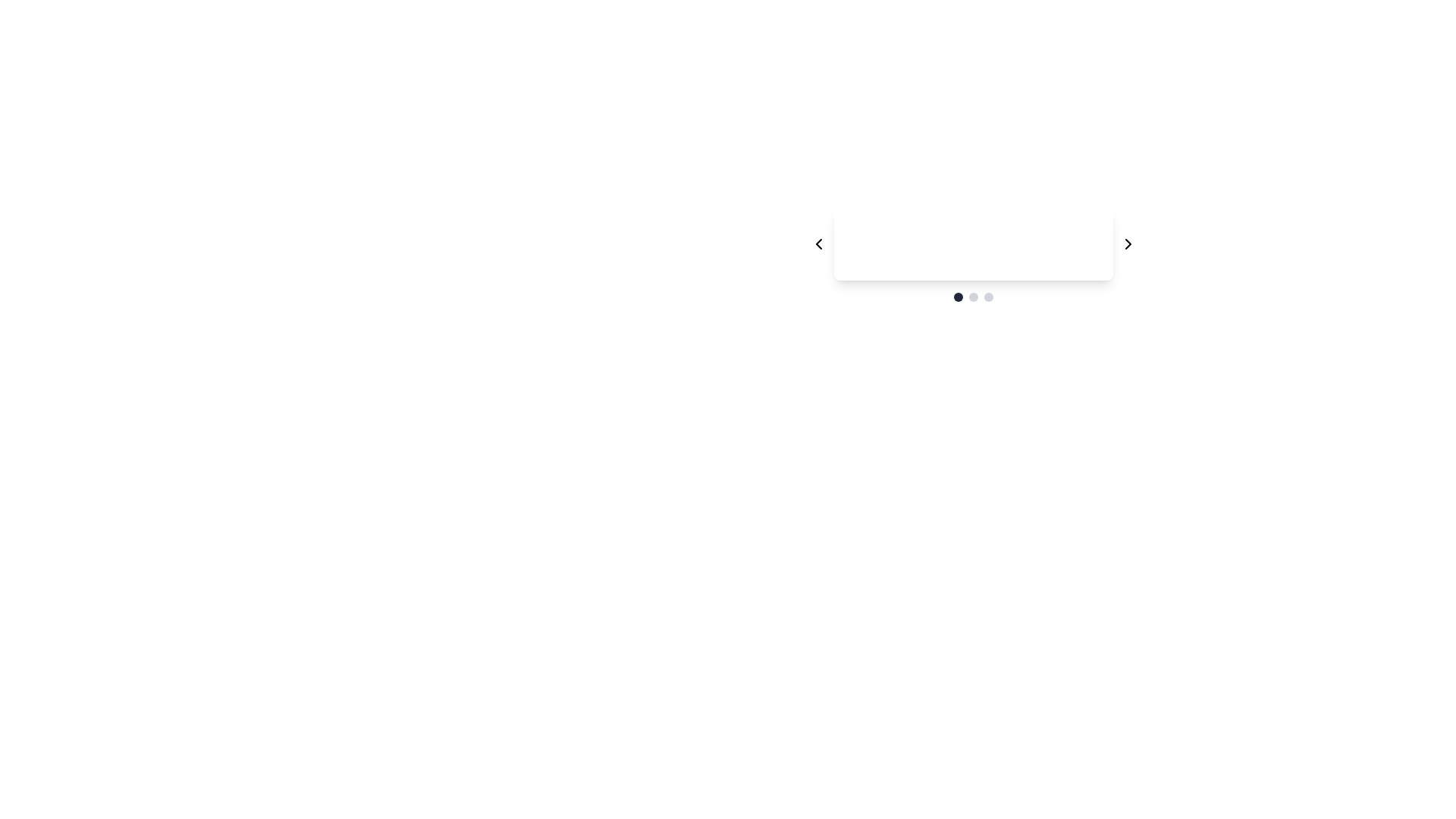  I want to click on the status indication by focusing on the third circular indicator with a light gray color, which is positioned at the rightmost end of a series of three indicators, so click(989, 297).